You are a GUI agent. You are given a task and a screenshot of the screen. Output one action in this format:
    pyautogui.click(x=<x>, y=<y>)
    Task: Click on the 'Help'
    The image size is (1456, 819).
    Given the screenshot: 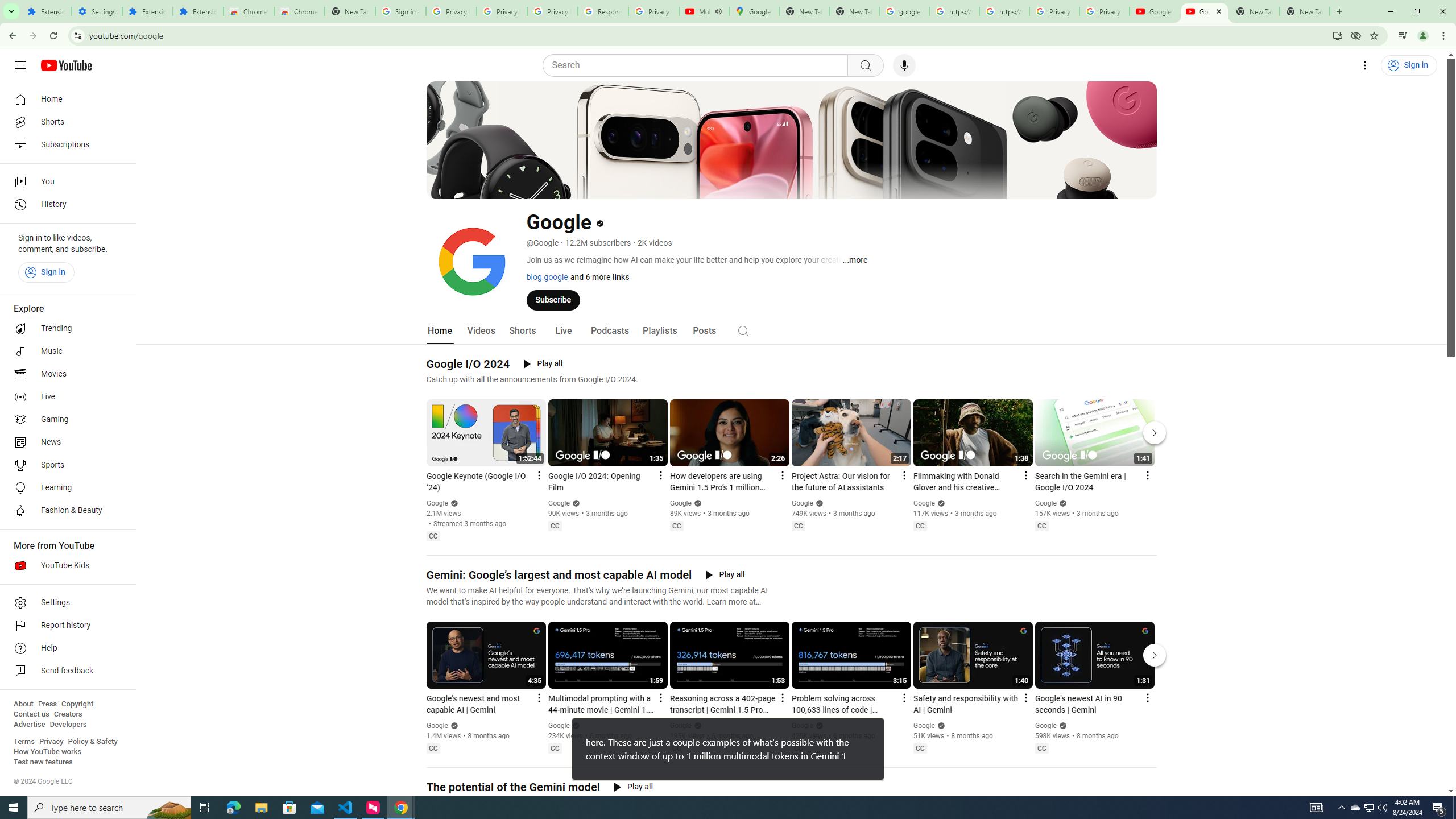 What is the action you would take?
    pyautogui.click(x=64, y=648)
    